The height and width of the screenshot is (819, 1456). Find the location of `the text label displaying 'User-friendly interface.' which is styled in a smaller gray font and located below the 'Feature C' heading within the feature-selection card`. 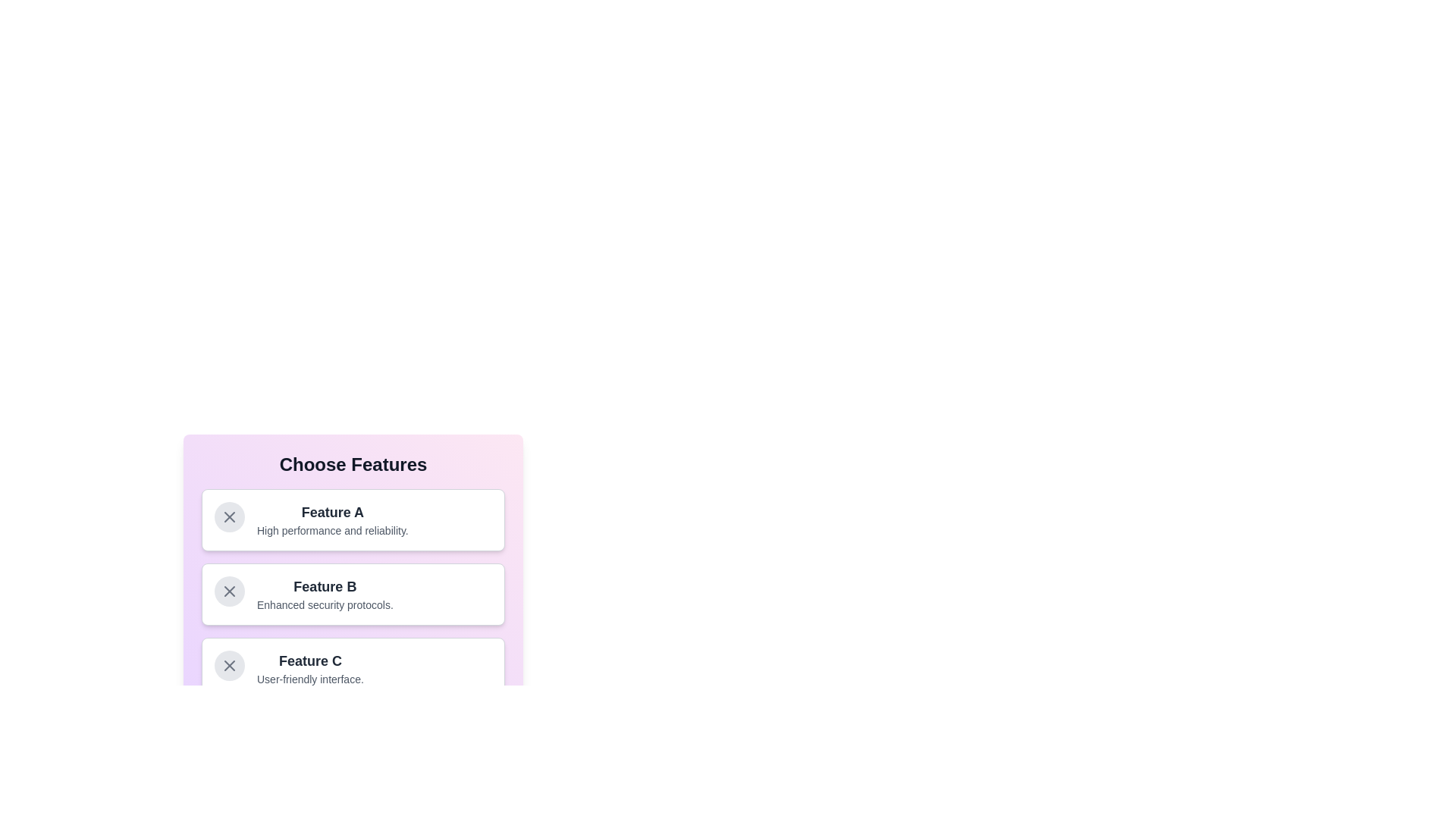

the text label displaying 'User-friendly interface.' which is styled in a smaller gray font and located below the 'Feature C' heading within the feature-selection card is located at coordinates (309, 678).